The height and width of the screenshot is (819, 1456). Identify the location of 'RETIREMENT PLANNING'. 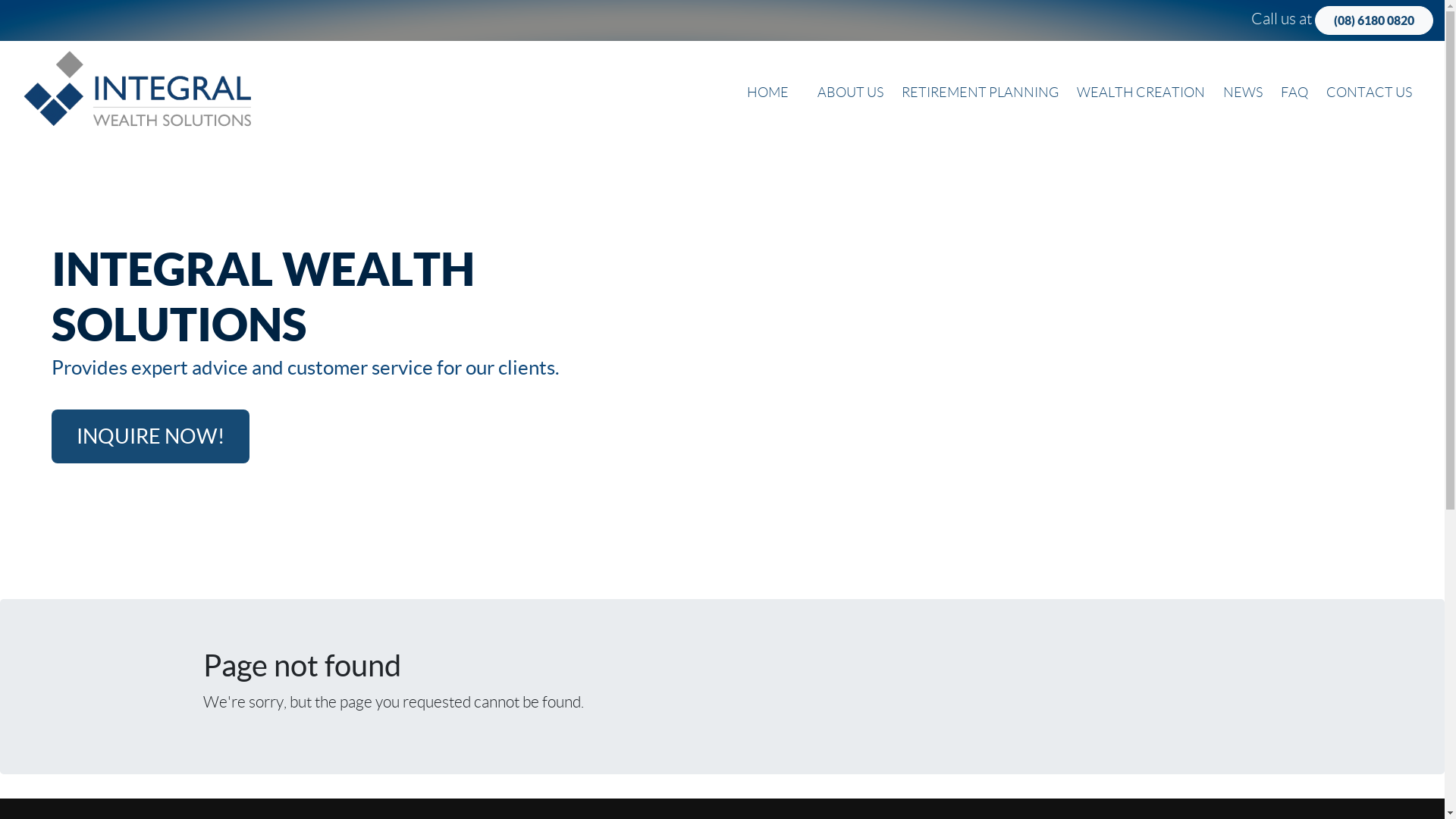
(980, 93).